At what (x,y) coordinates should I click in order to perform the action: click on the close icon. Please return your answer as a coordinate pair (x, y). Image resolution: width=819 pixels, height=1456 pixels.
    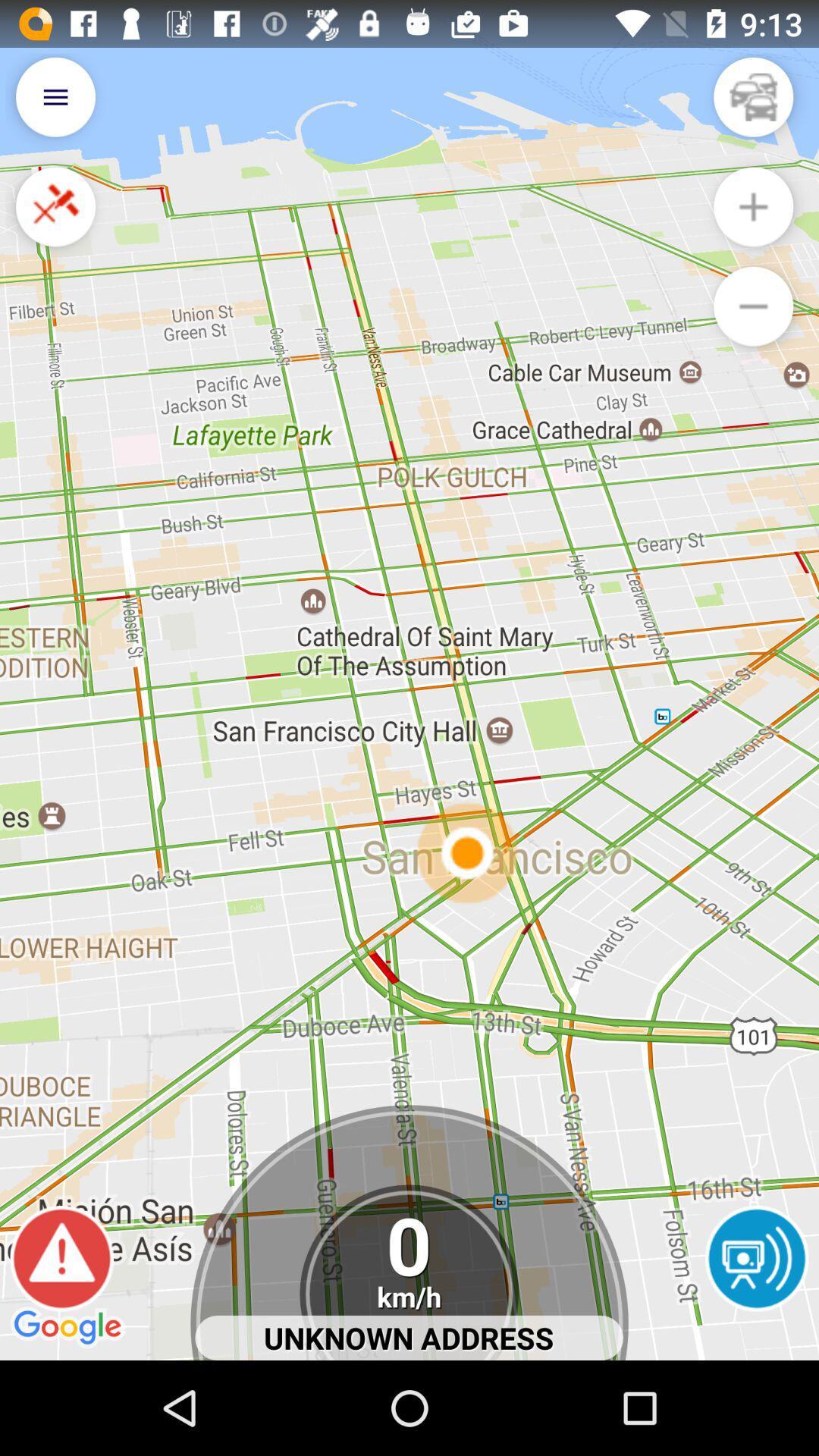
    Looking at the image, I should click on (55, 221).